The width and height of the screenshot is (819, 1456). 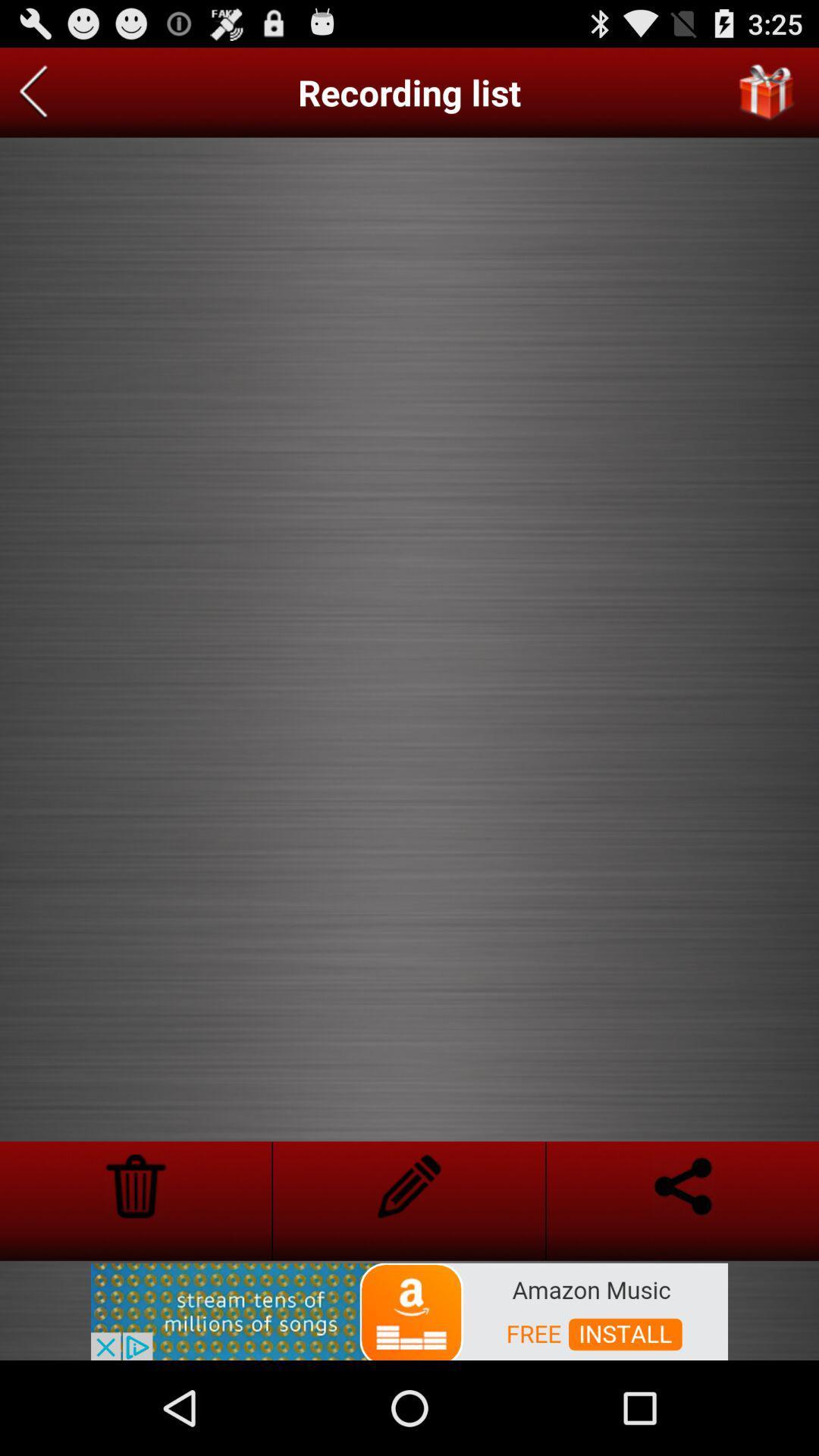 What do you see at coordinates (409, 1310) in the screenshot?
I see `advertisement` at bounding box center [409, 1310].